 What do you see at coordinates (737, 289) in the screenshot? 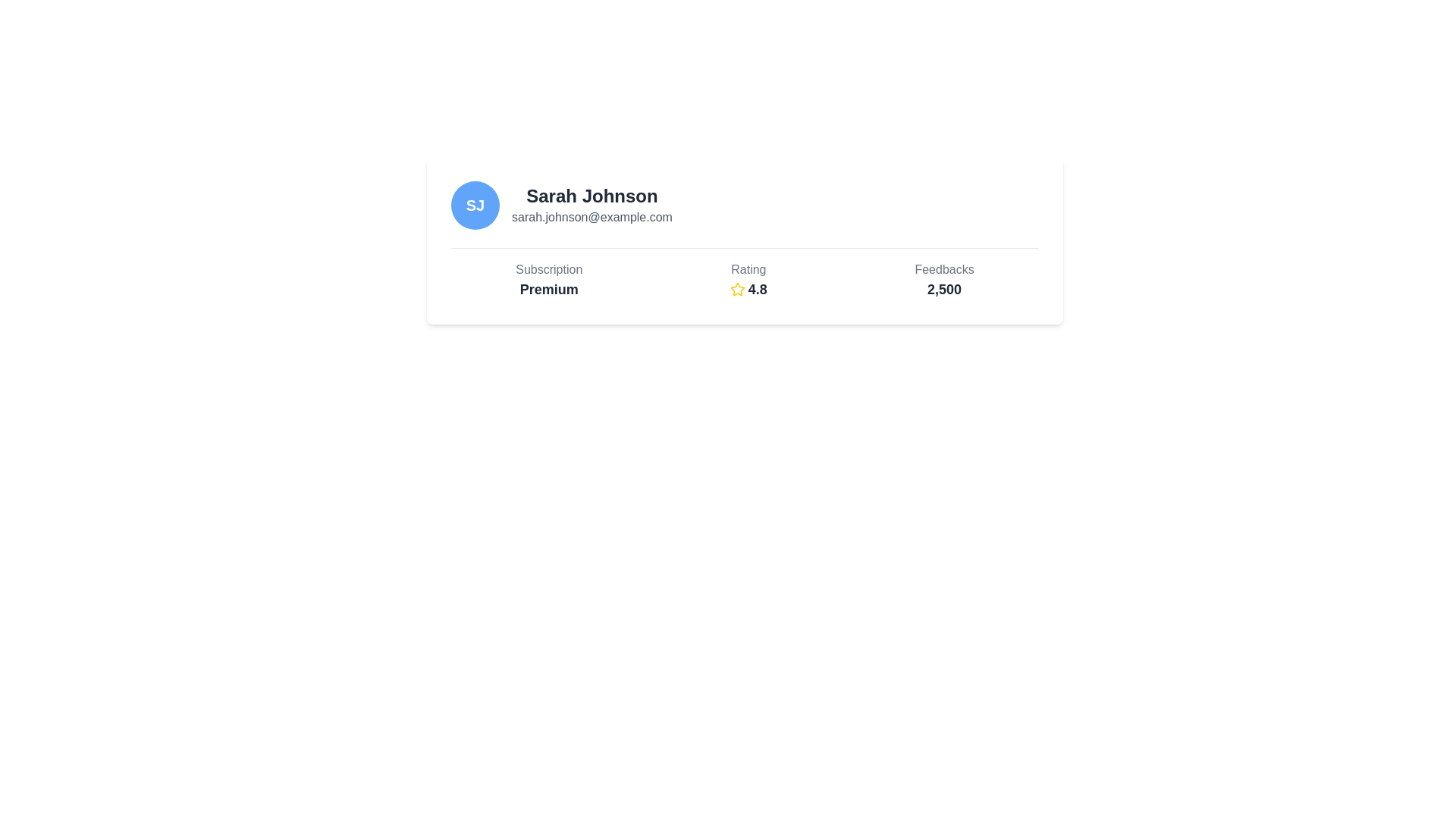
I see `the star-shaped icon with a golden yellow outline, located next to the numerical rating '4.8' under the 'Rating' column` at bounding box center [737, 289].